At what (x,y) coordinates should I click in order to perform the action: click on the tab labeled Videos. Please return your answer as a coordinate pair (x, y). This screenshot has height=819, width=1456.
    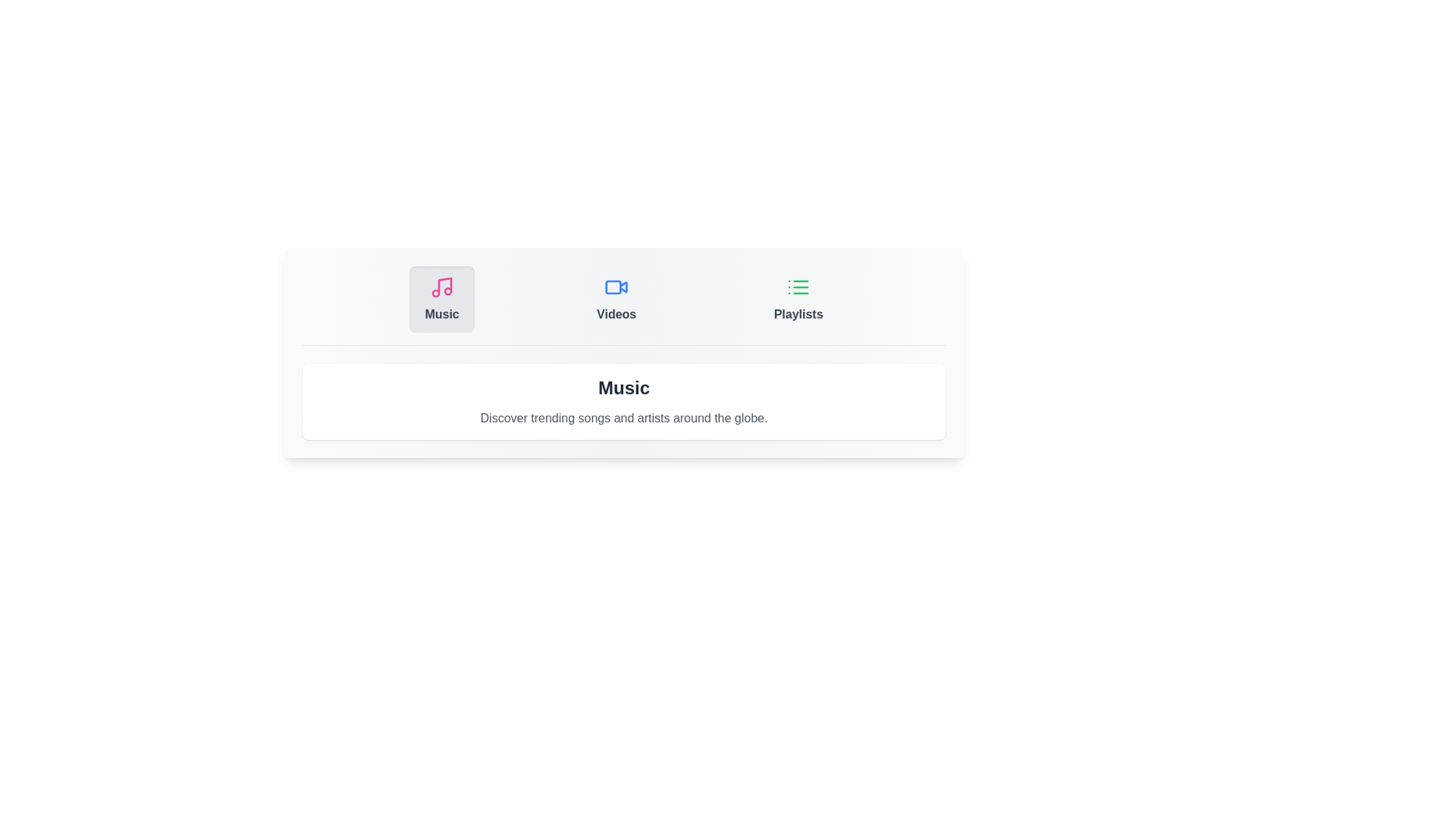
    Looking at the image, I should click on (616, 299).